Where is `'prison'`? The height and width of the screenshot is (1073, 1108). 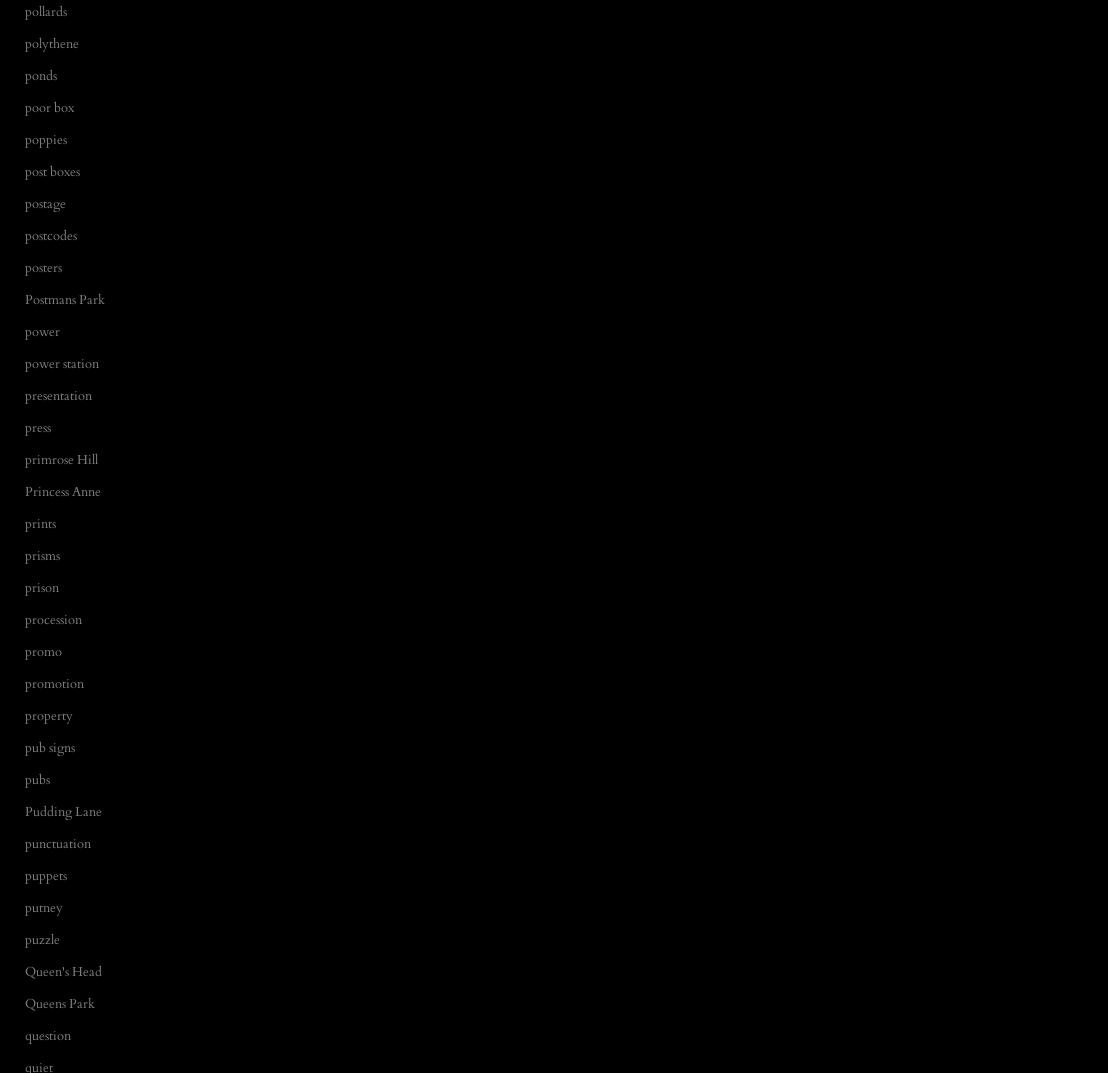 'prison' is located at coordinates (41, 587).